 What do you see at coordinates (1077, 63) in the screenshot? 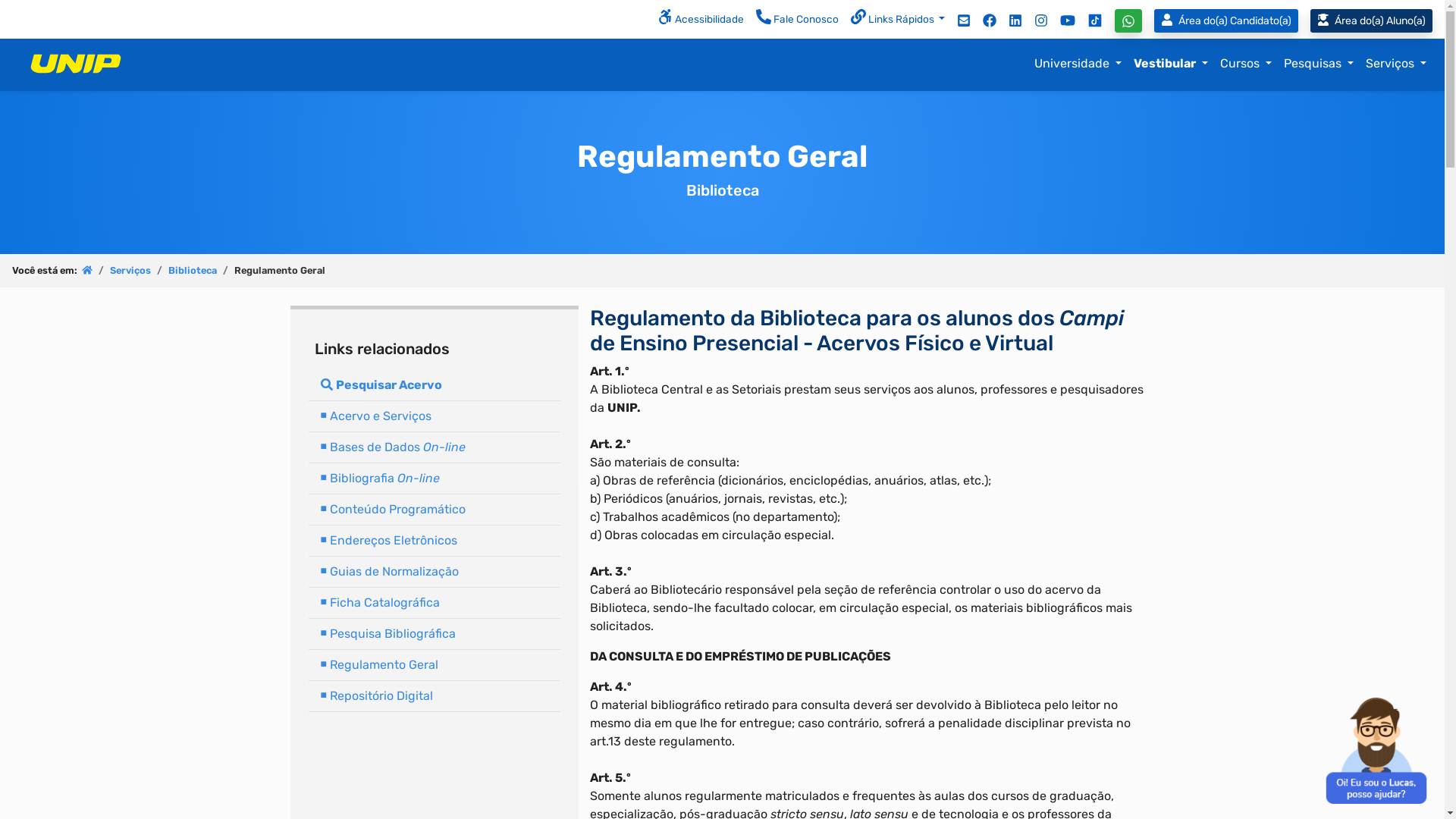
I see `'Universidade'` at bounding box center [1077, 63].